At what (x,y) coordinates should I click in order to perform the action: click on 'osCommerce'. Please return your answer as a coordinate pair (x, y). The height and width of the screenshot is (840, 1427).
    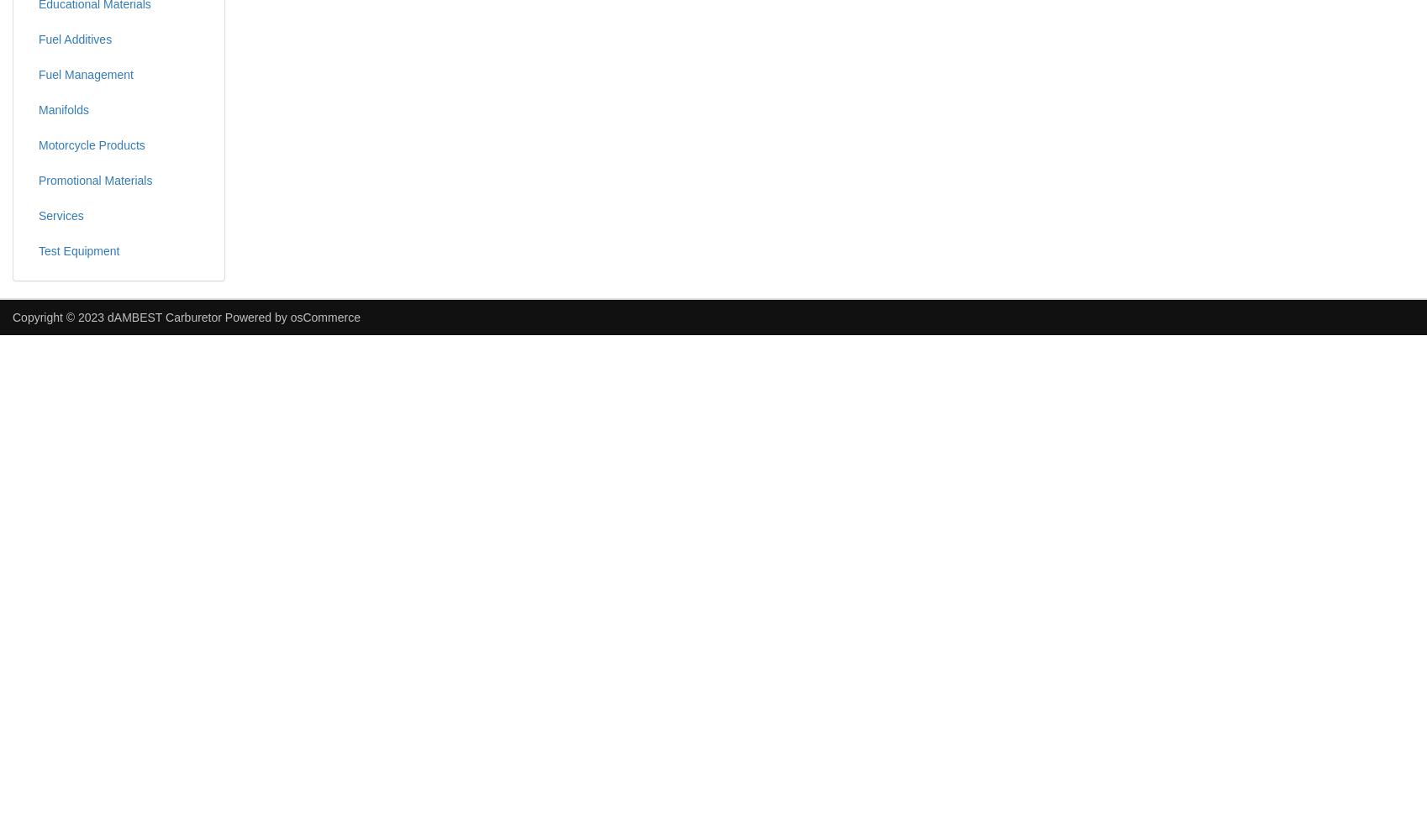
    Looking at the image, I should click on (324, 317).